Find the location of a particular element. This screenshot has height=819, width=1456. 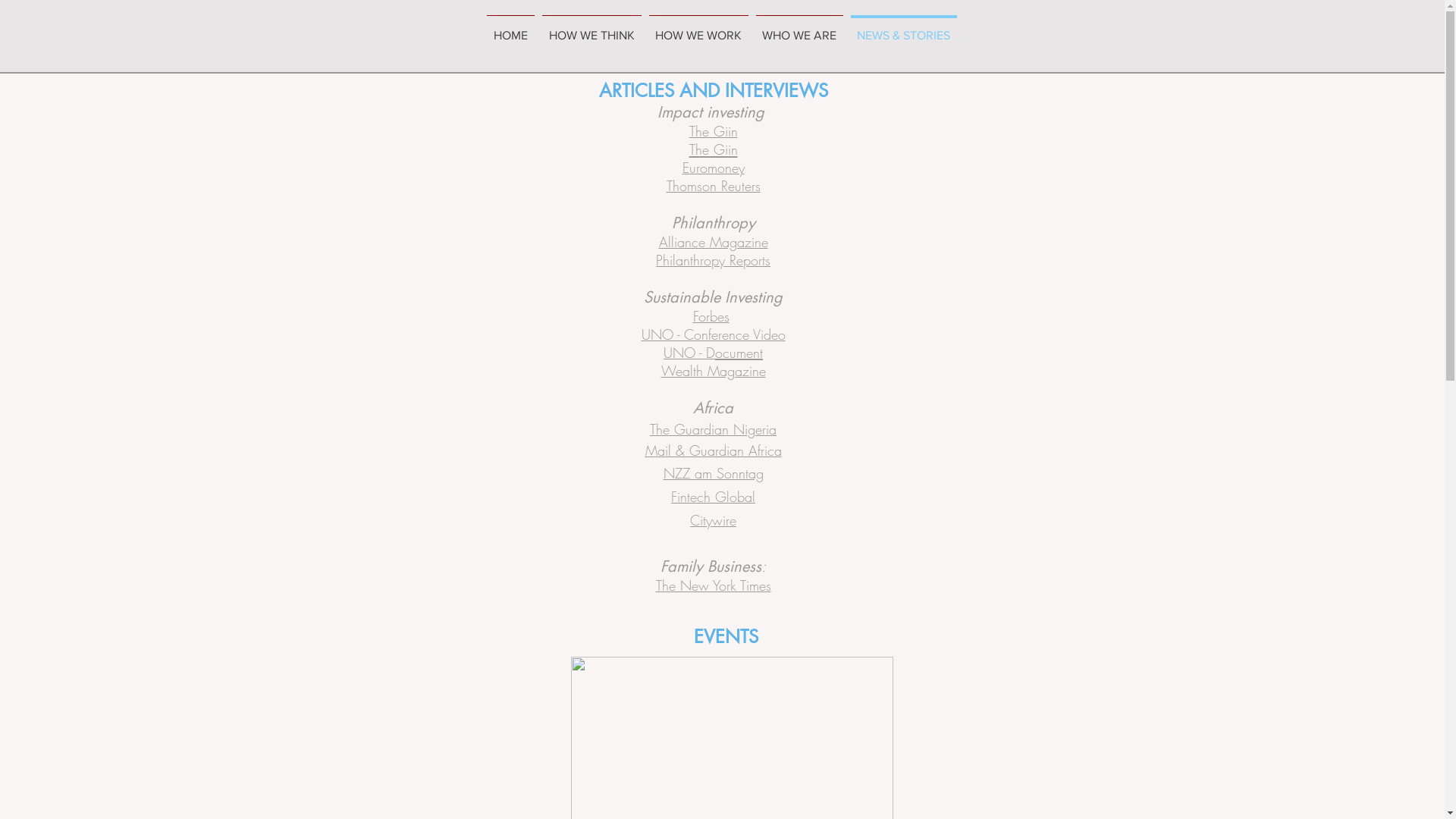

'Citywire' is located at coordinates (689, 519).